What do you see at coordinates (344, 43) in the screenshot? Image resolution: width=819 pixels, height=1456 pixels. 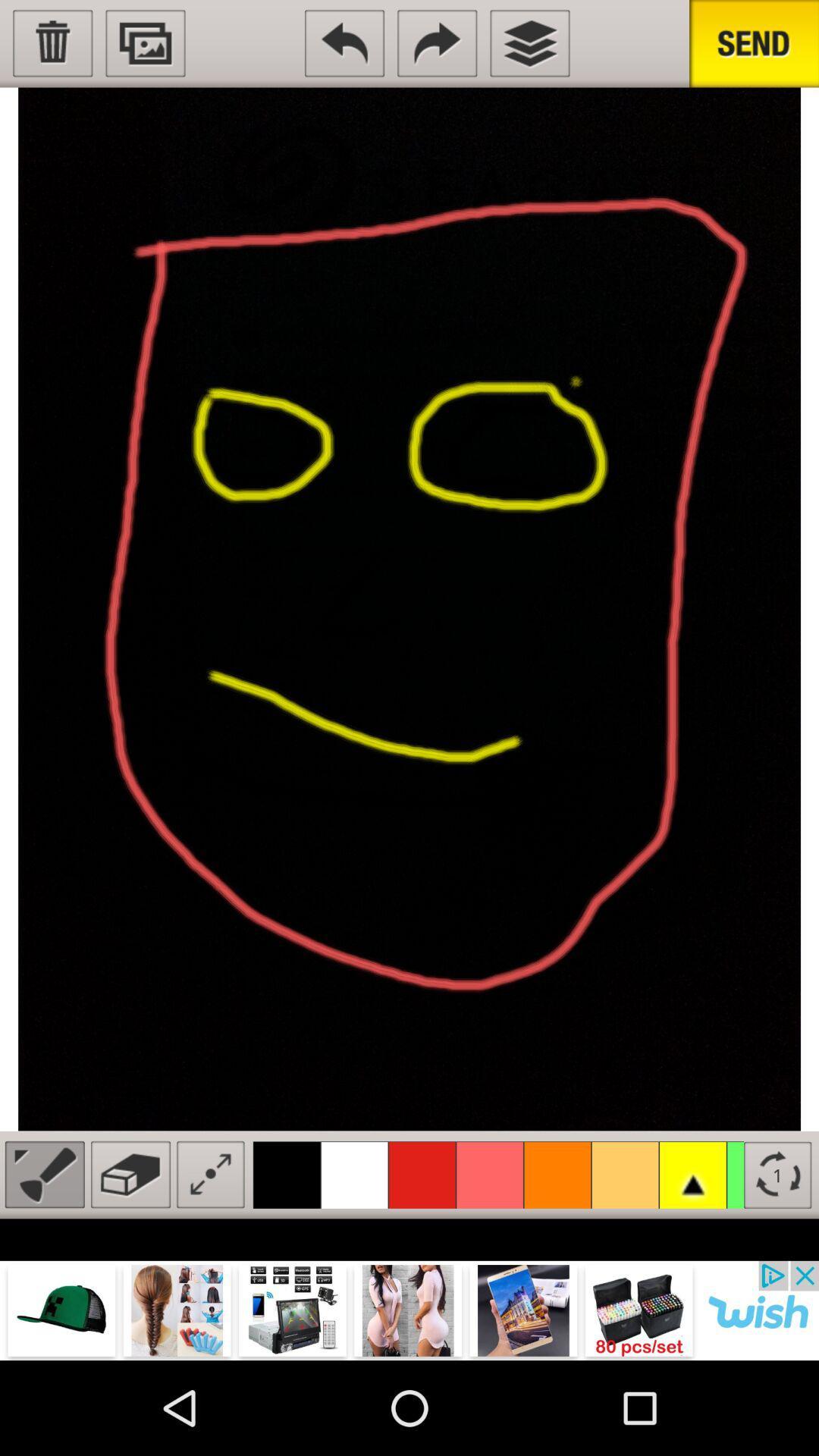 I see `back` at bounding box center [344, 43].